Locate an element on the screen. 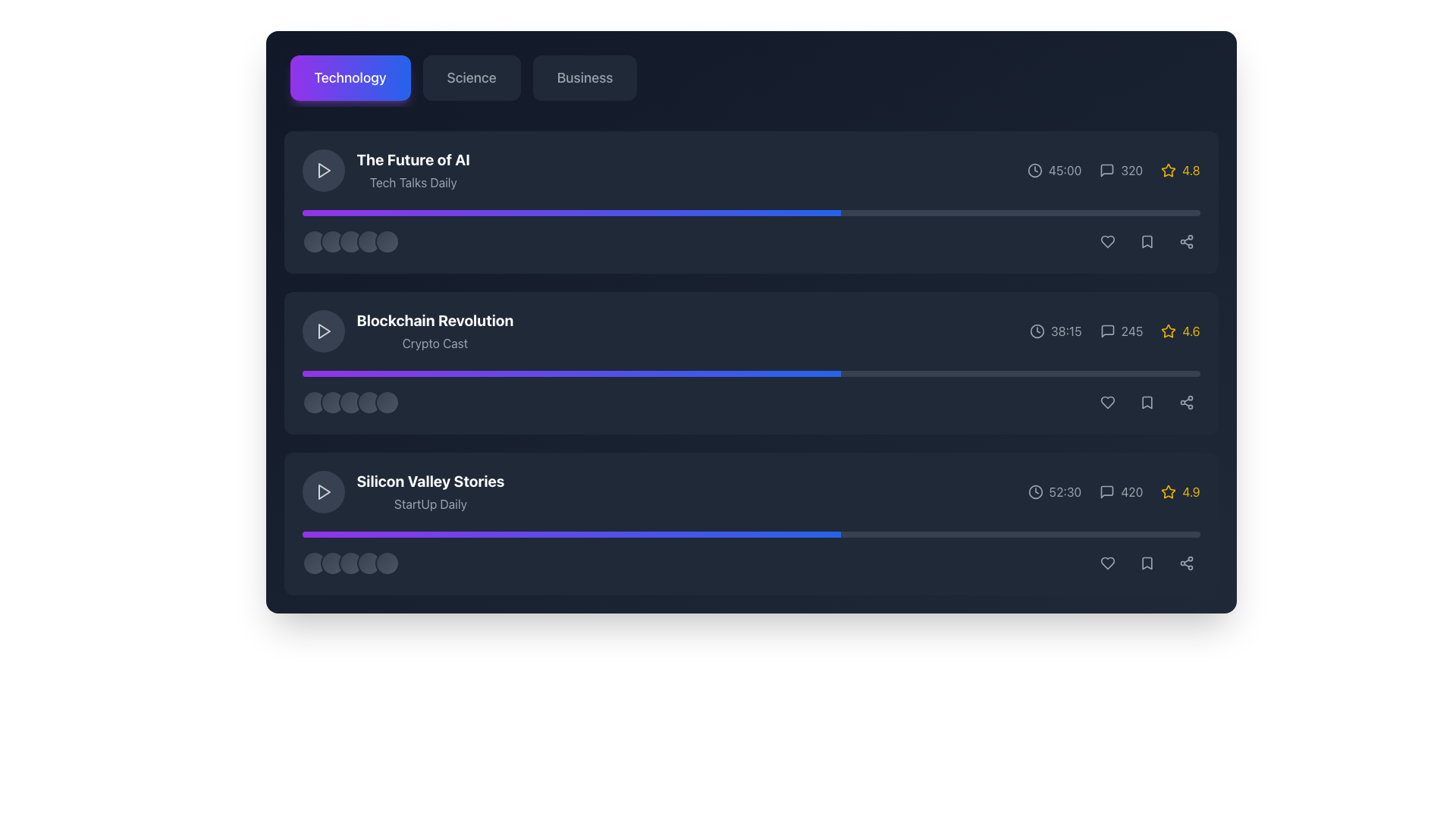 The image size is (1456, 819). the clock icon representing duration located before the text '38:15' in the second row of the list layout is located at coordinates (1037, 330).